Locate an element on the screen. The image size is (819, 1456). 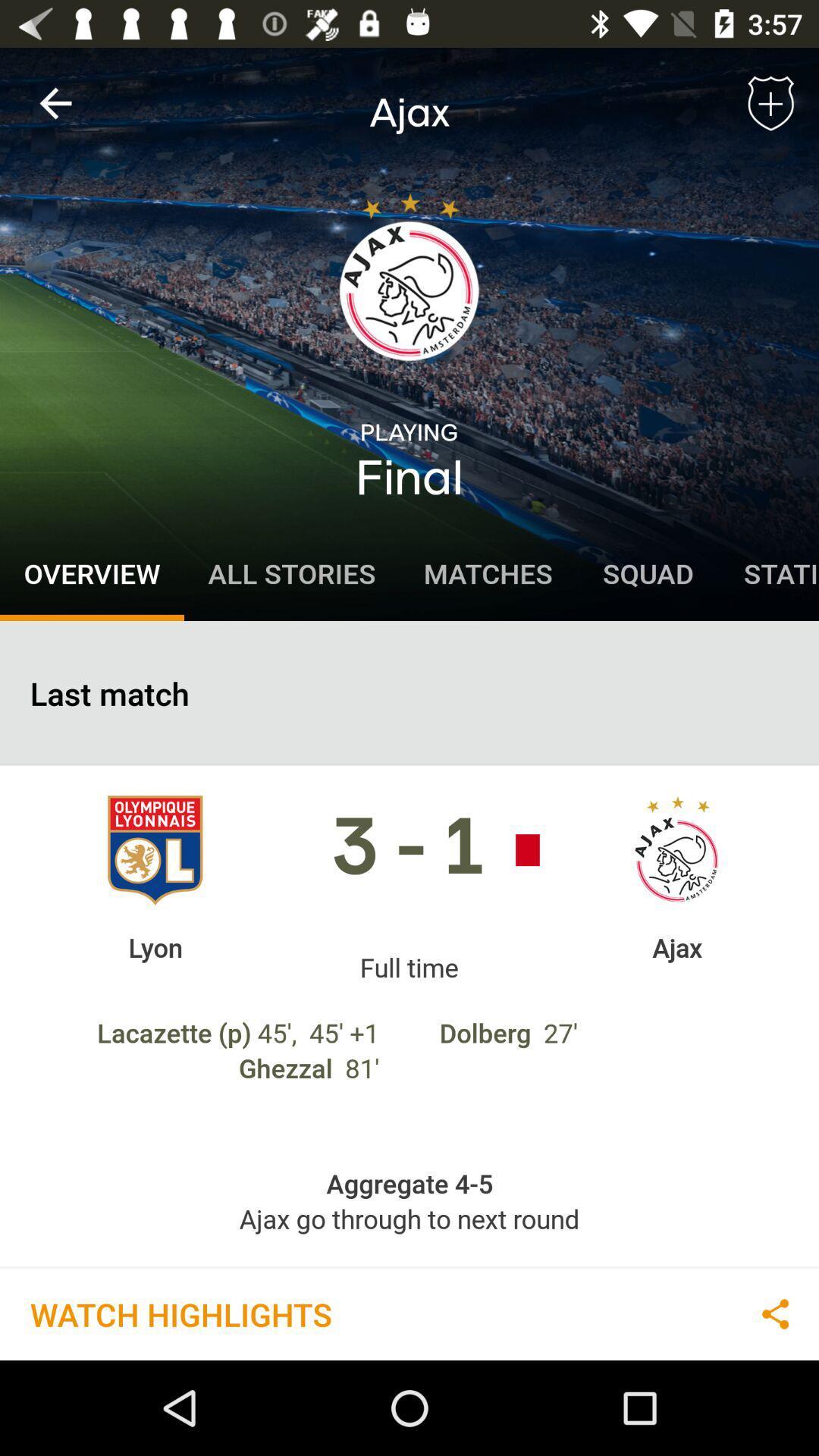
watch highlights item is located at coordinates (180, 1313).